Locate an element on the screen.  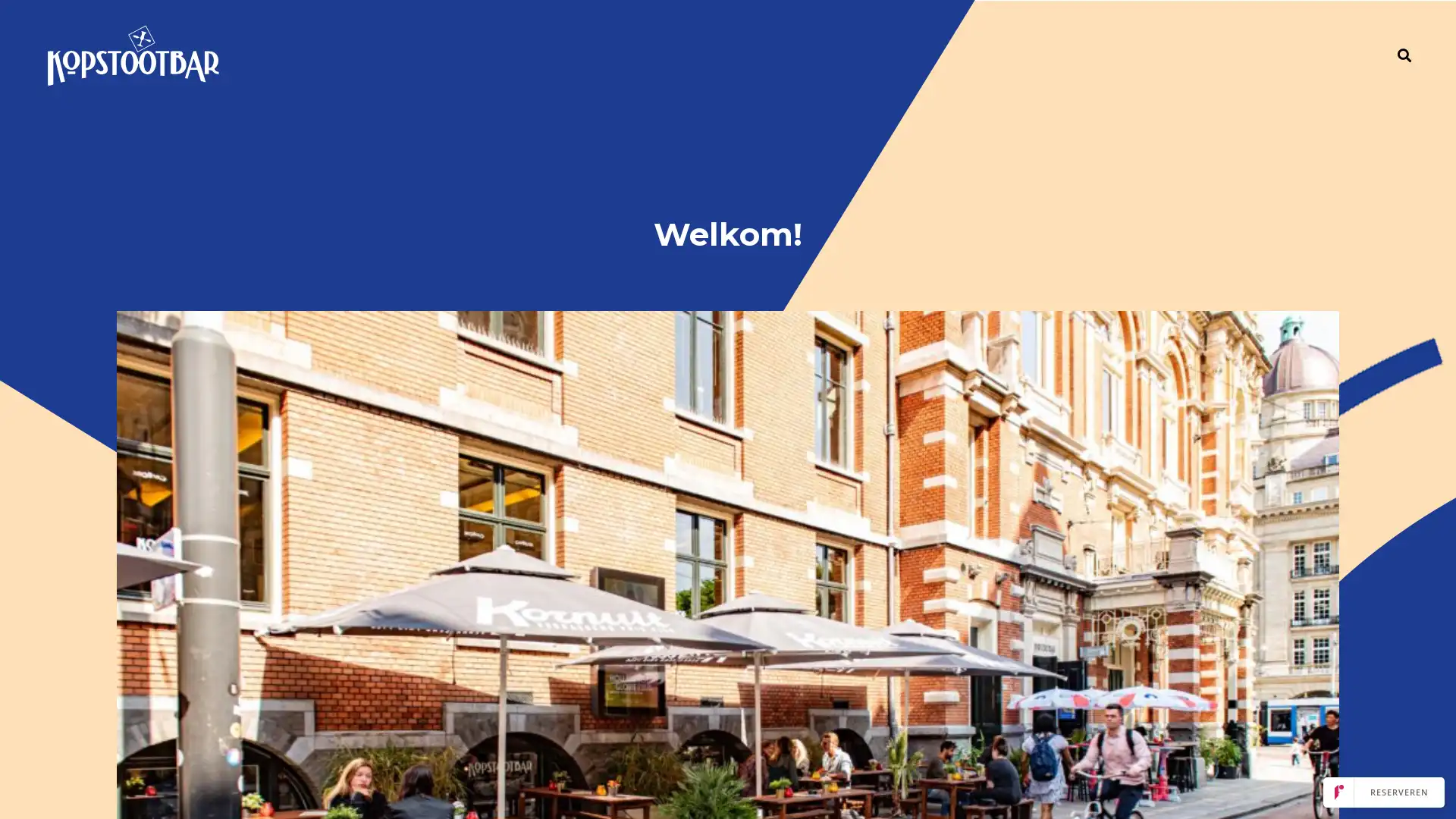
ZOEKEN is located at coordinates (1404, 55).